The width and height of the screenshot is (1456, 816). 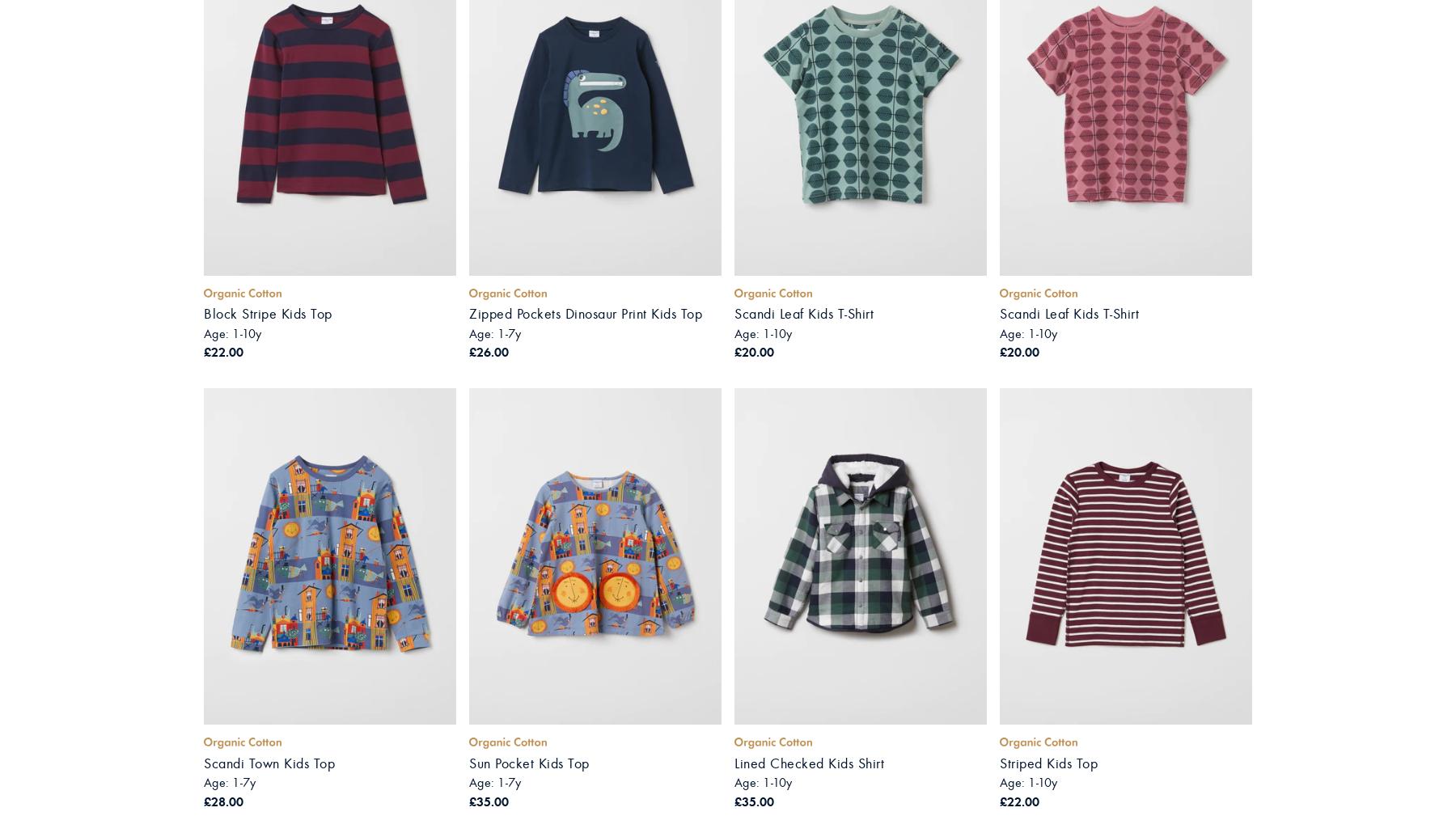 I want to click on '£26.00', so click(x=489, y=350).